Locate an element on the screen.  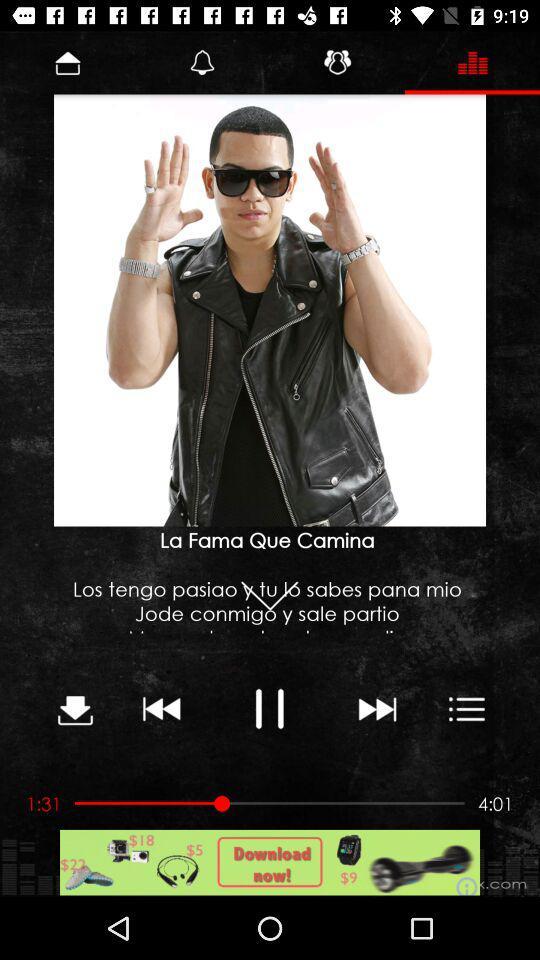
the image is located at coordinates (270, 311).